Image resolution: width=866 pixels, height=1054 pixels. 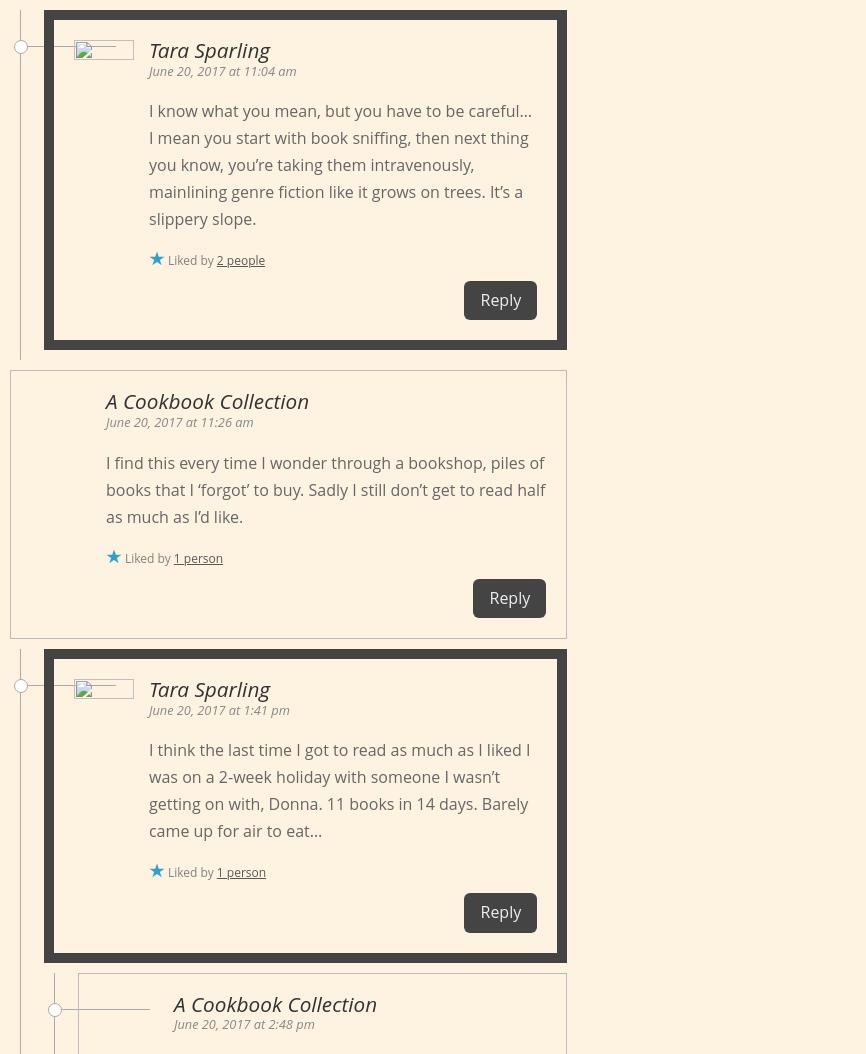 What do you see at coordinates (324, 487) in the screenshot?
I see `'I find this every time I wonder through a bookshop, piles of books that I ‘forgot’ to buy. Sadly I still don’t get to read half as much as I’d like.'` at bounding box center [324, 487].